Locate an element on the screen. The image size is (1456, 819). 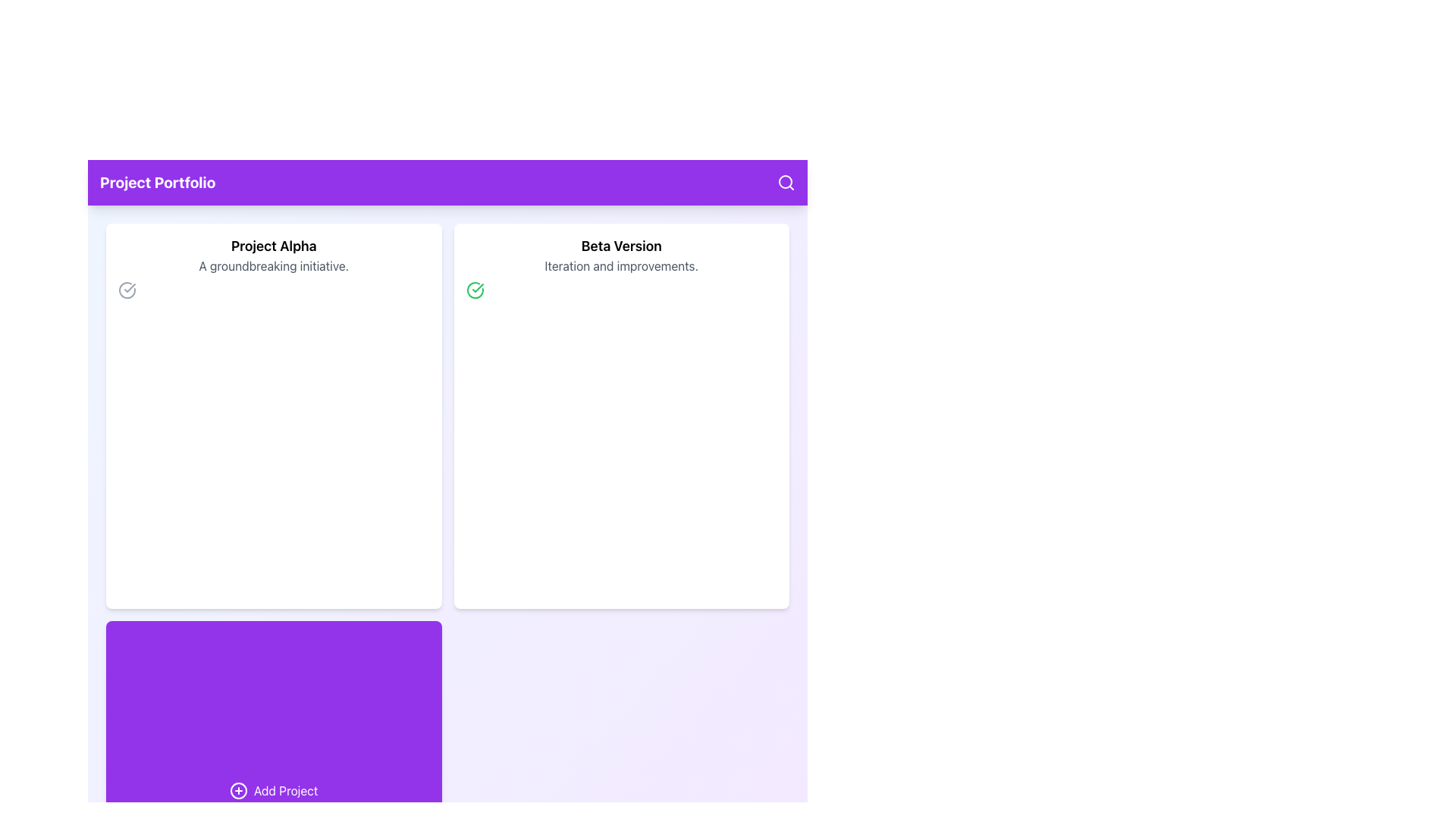
on the 'Add Project' label, which is part of a purple button located at the bottom center of the interface is located at coordinates (286, 789).